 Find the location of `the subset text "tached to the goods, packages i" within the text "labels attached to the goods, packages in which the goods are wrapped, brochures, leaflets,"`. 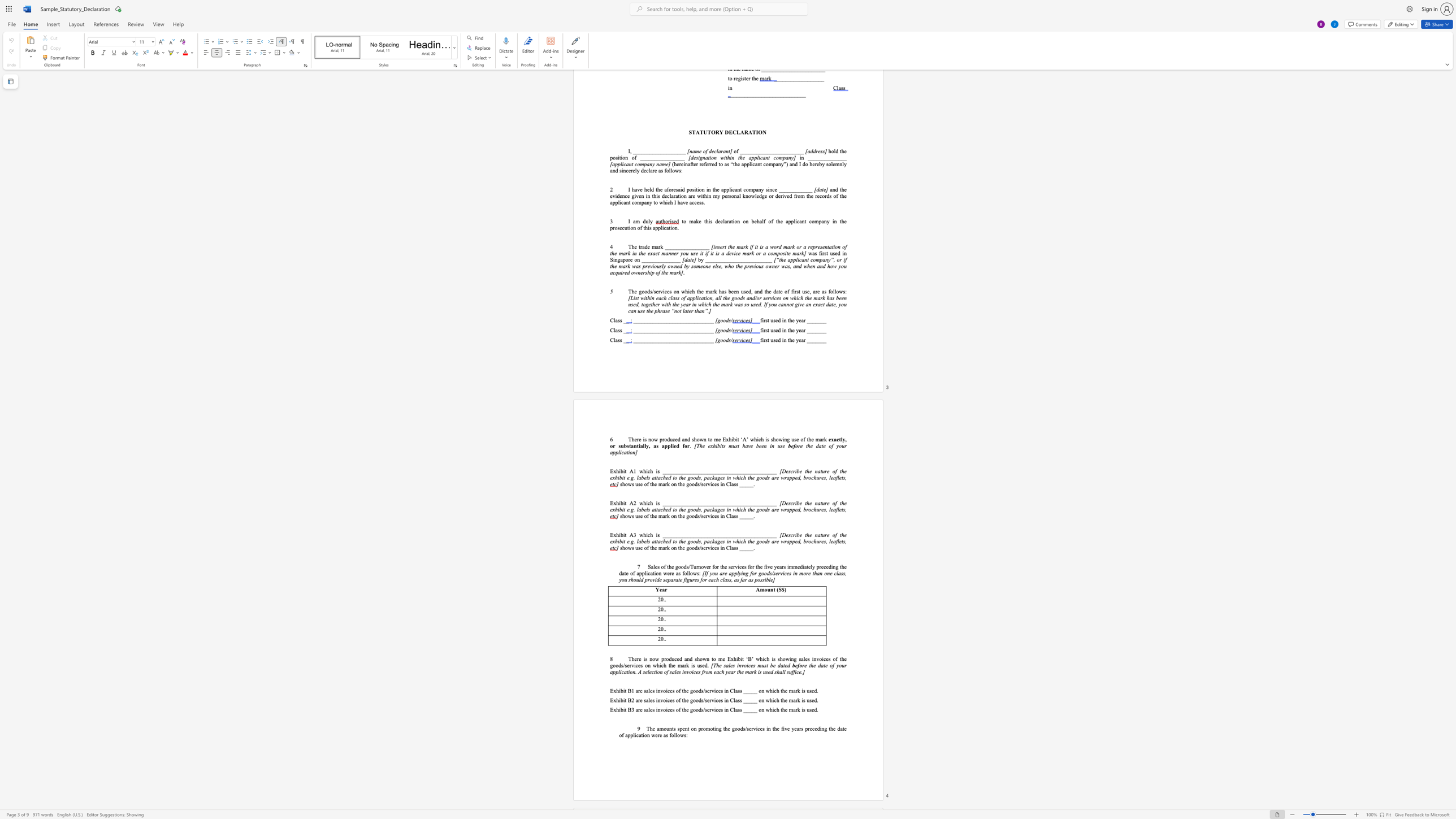

the subset text "tached to the goods, packages i" within the text "labels attached to the goods, packages in which the goods are wrapped, brochures, leaflets," is located at coordinates (656, 478).